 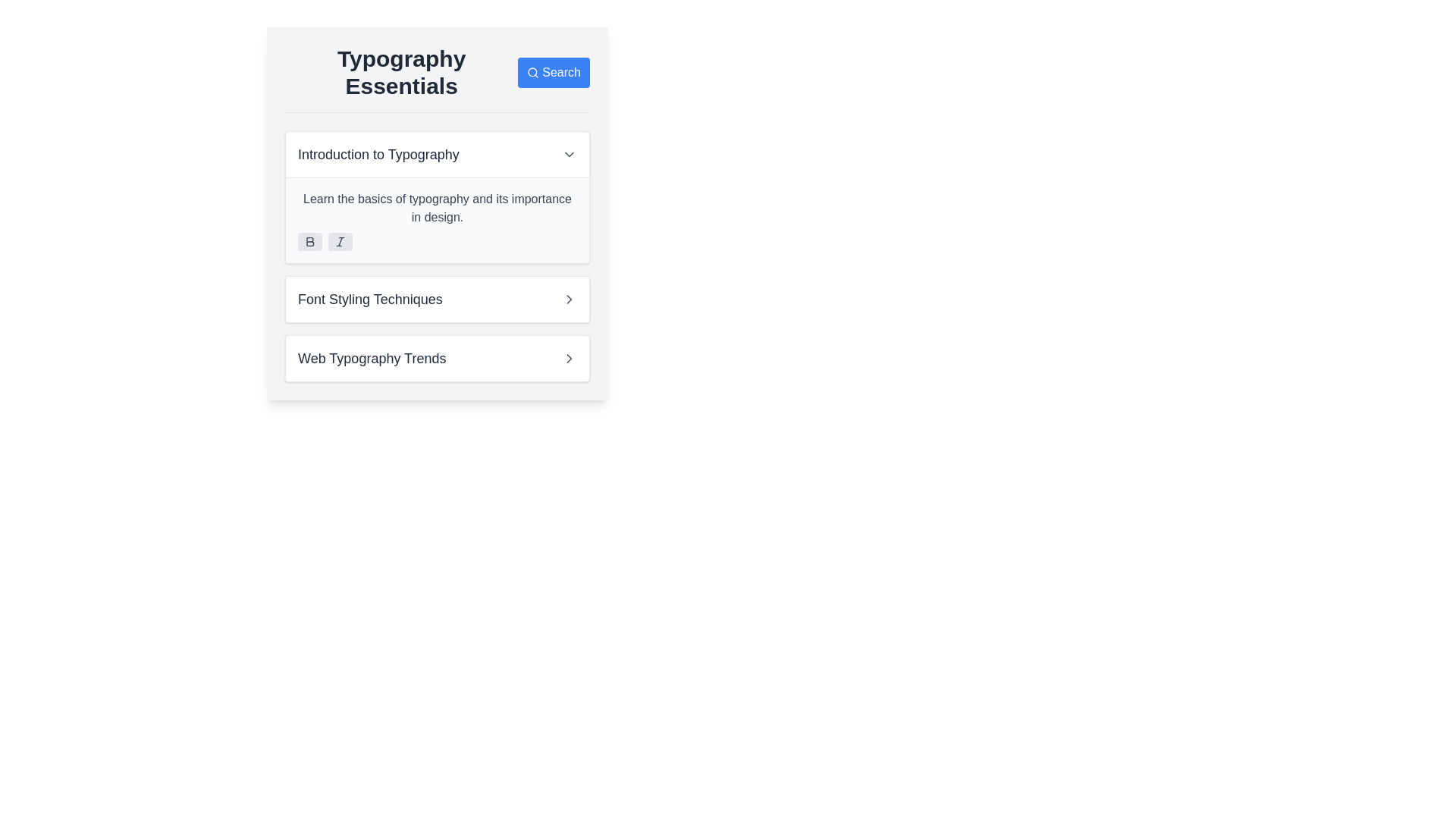 What do you see at coordinates (568, 299) in the screenshot?
I see `the rightward-pointing chevron icon styled in dark gray, located to the right of the 'Font Styling Techniques' list item` at bounding box center [568, 299].